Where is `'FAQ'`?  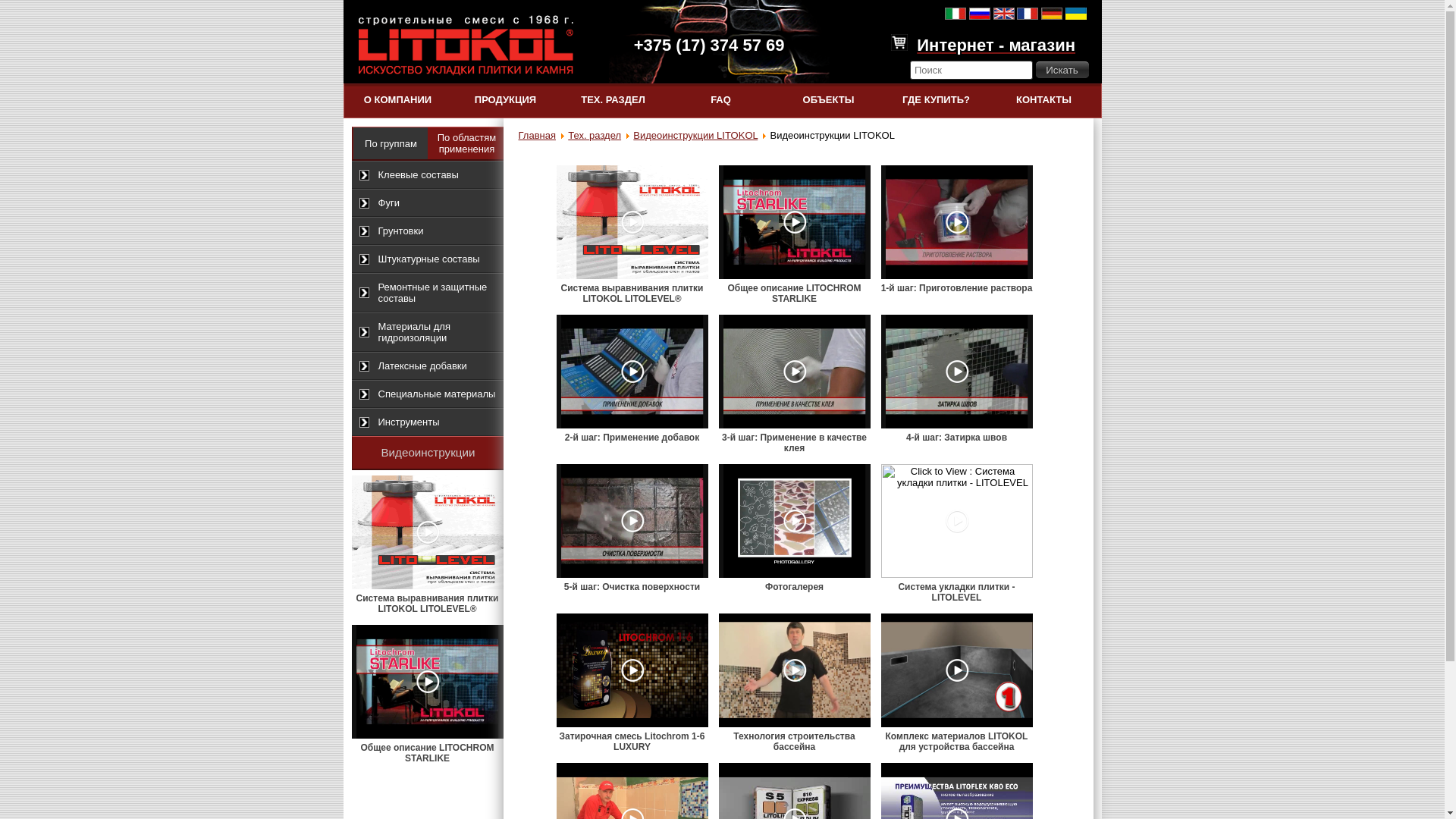
'FAQ' is located at coordinates (720, 99).